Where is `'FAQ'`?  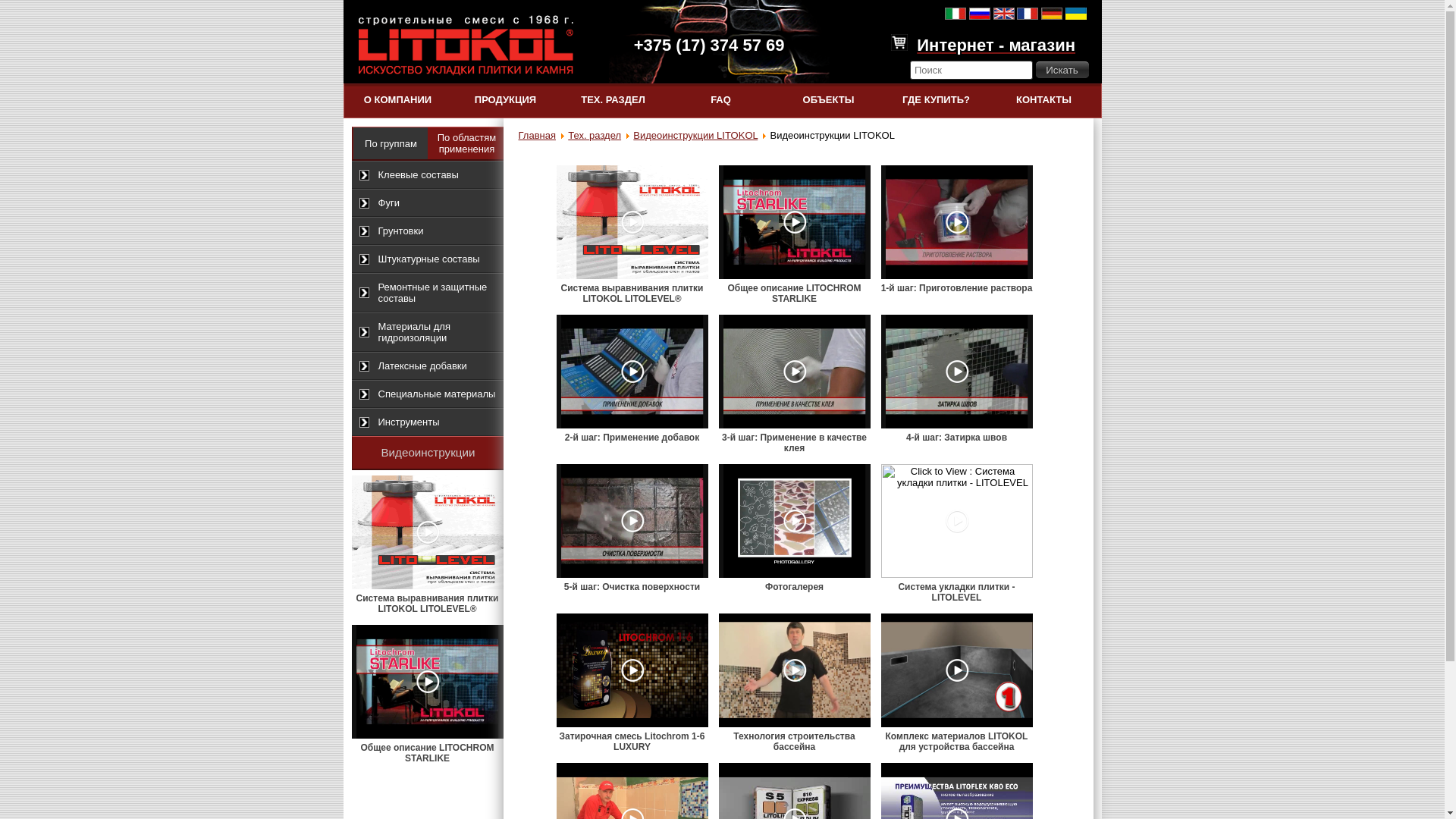
'FAQ' is located at coordinates (720, 99).